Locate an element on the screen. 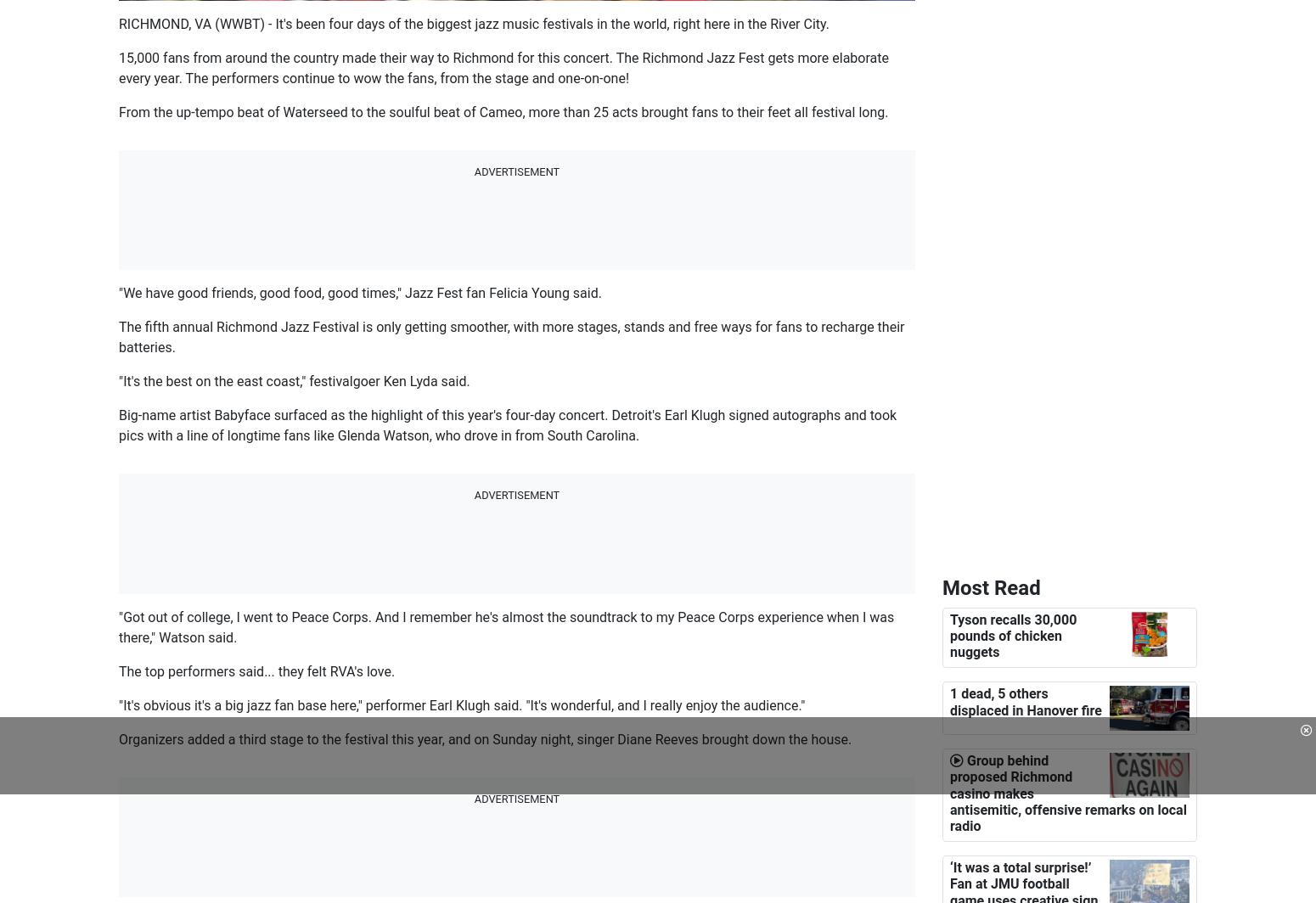 This screenshot has height=903, width=1316. '"It's obvious it's a big jazz fan base here," performer Earl Klugh said. "It's wonderful, and I really enjoy the audience."' is located at coordinates (118, 704).